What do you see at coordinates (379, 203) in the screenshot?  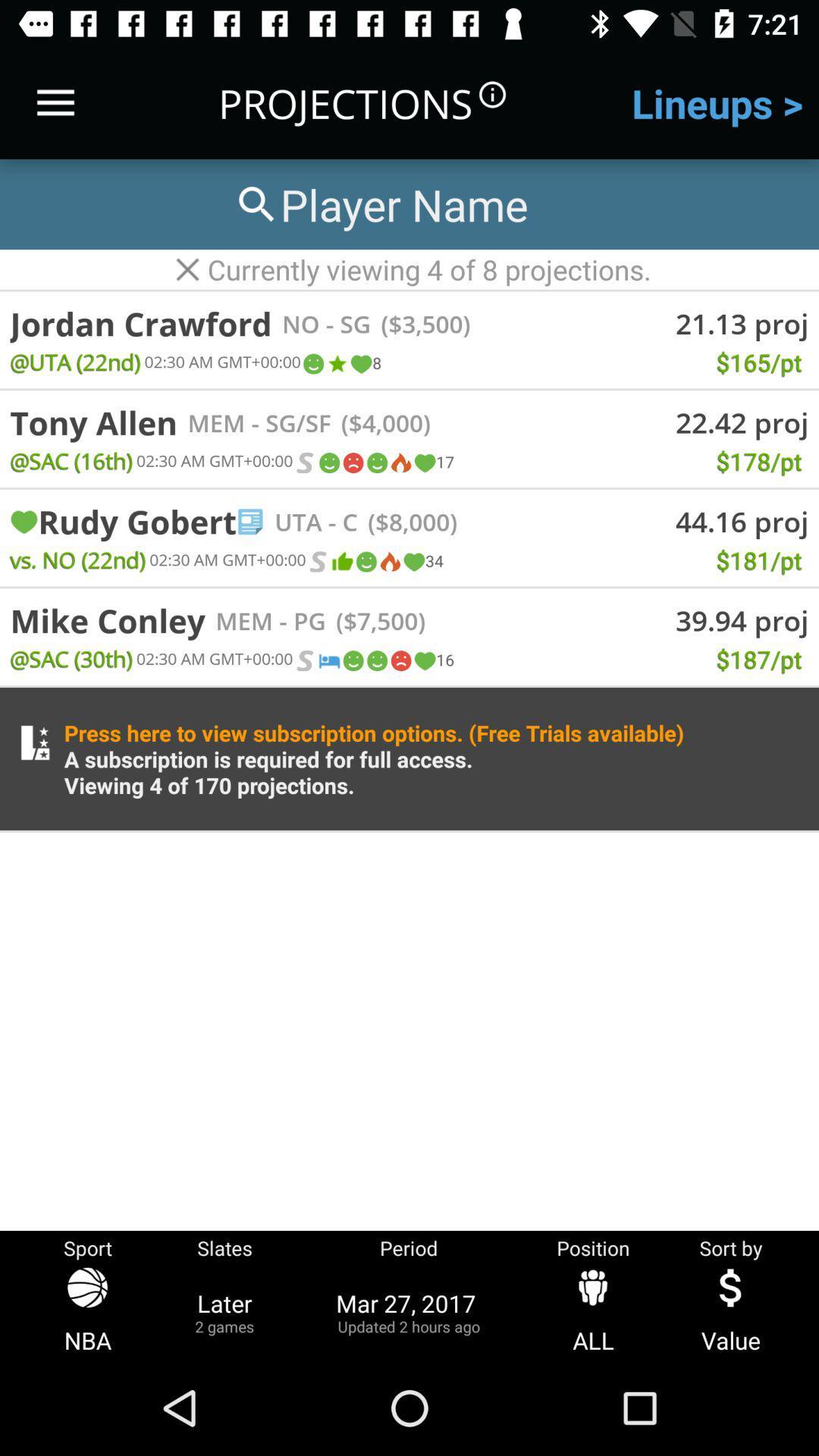 I see `search players` at bounding box center [379, 203].